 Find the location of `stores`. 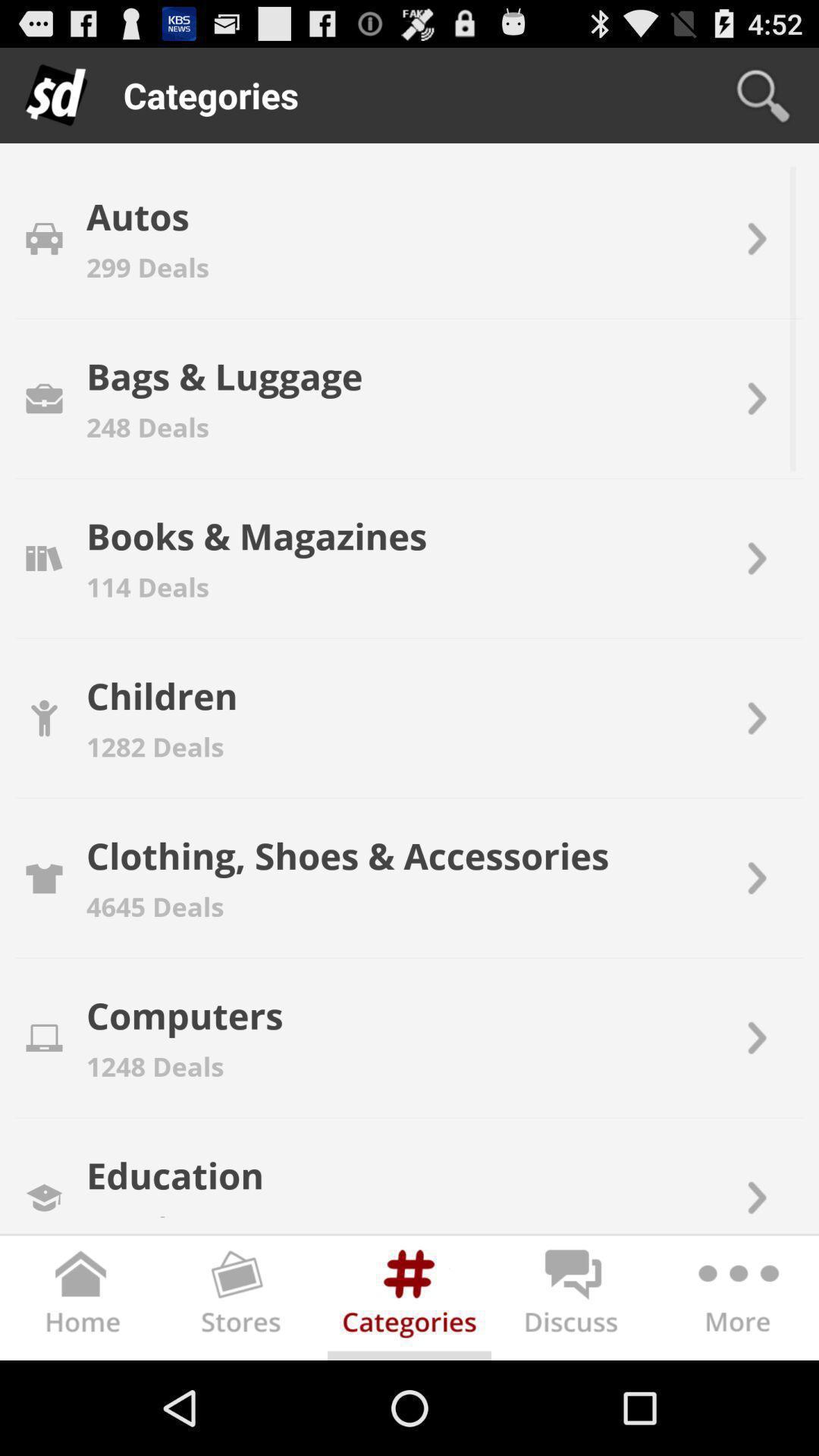

stores is located at coordinates (245, 1301).